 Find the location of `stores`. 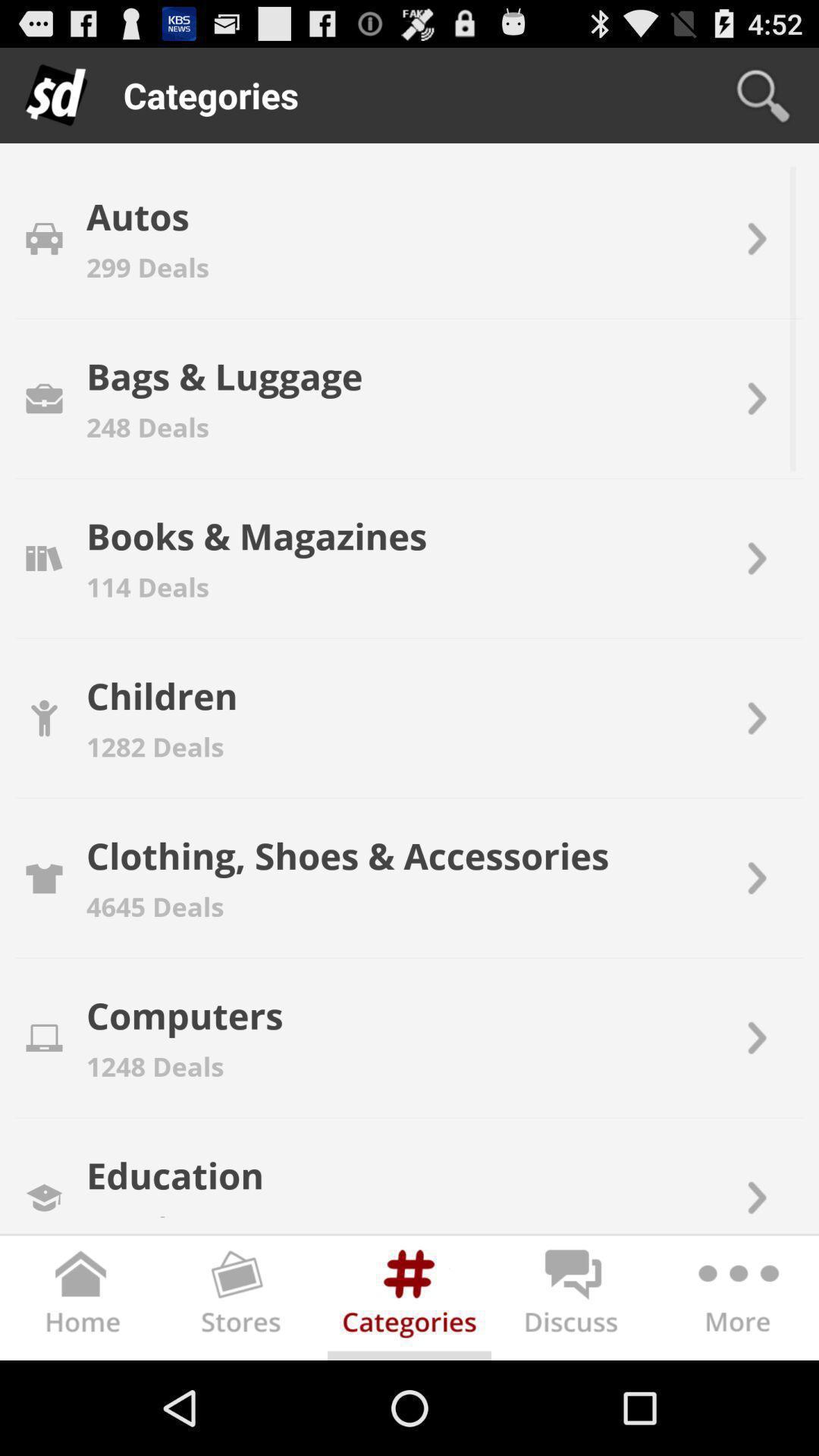

stores is located at coordinates (245, 1301).